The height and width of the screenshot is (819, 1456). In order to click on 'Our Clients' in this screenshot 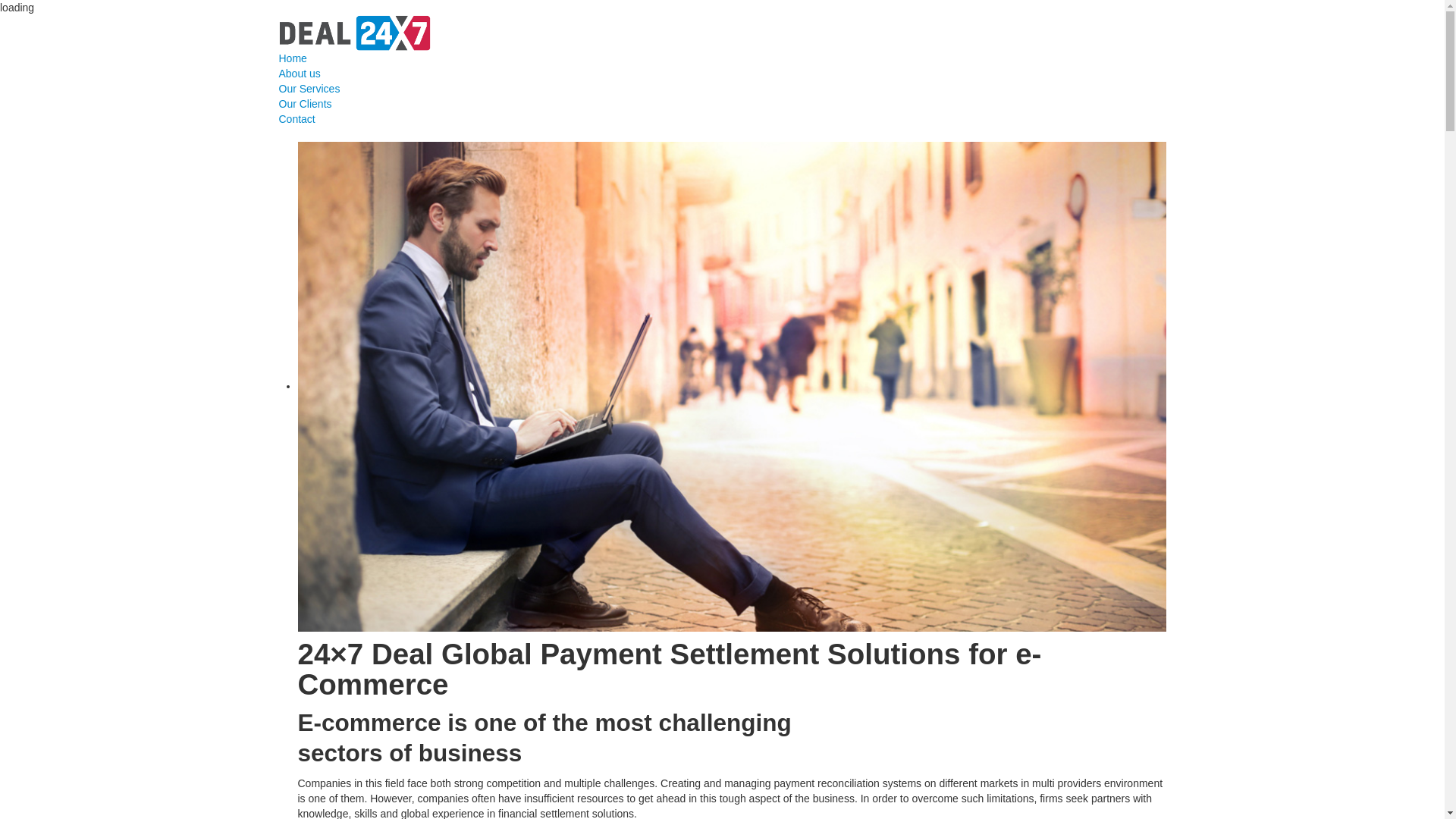, I will do `click(279, 103)`.